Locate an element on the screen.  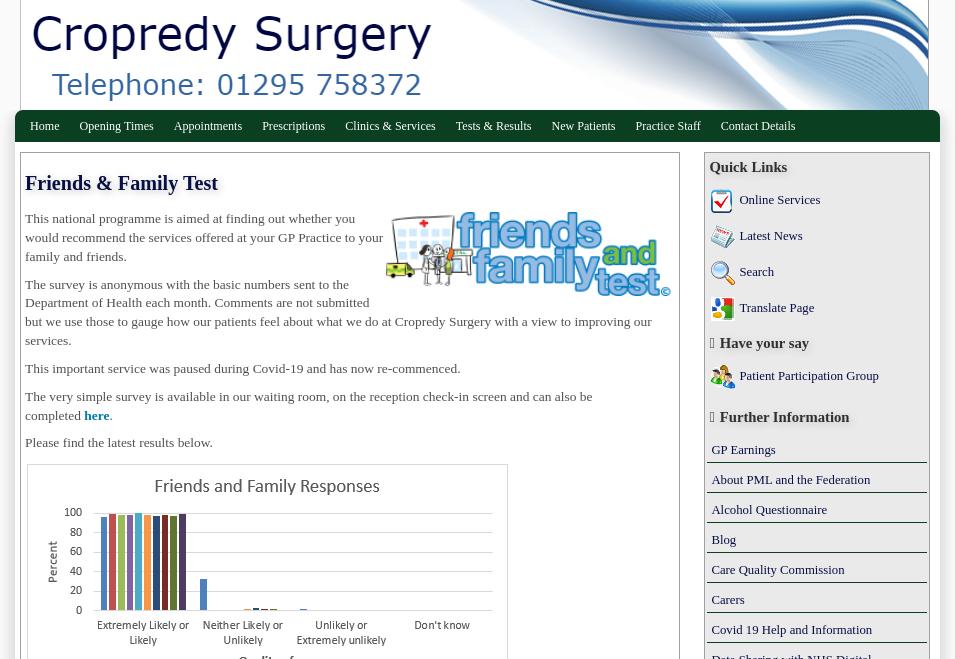
'Patient Participation Group' is located at coordinates (808, 376).